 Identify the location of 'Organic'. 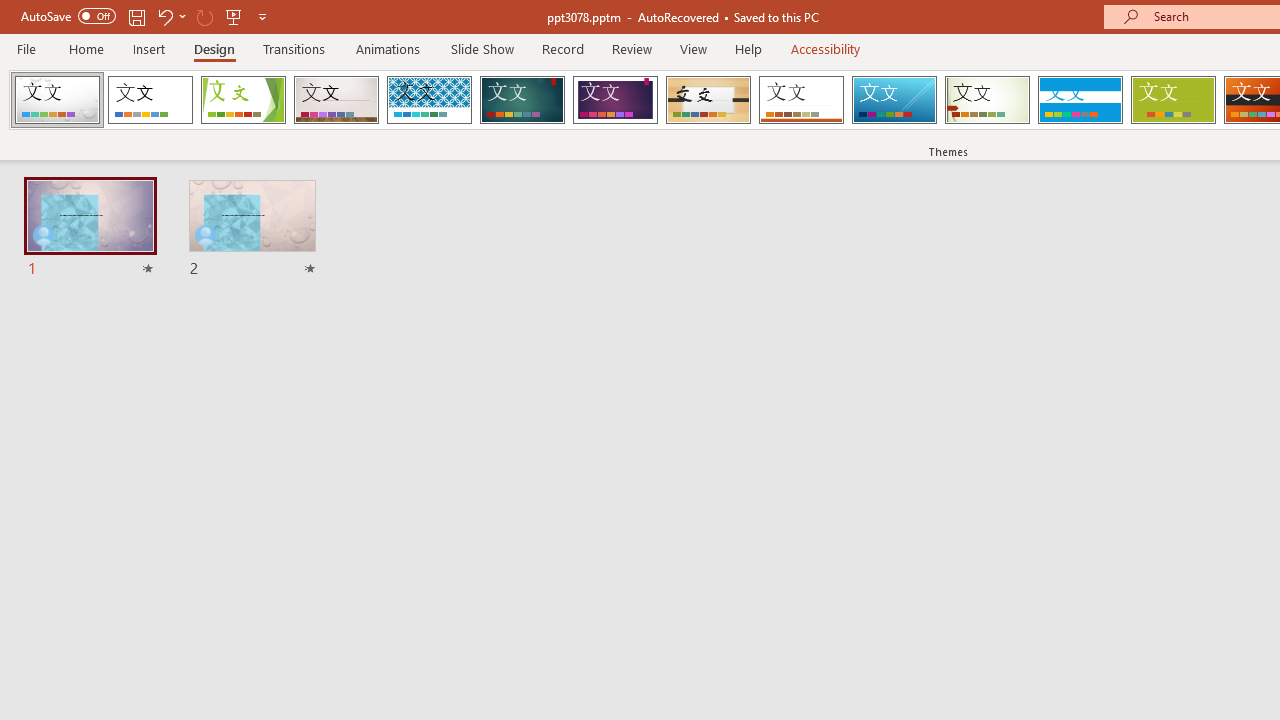
(708, 100).